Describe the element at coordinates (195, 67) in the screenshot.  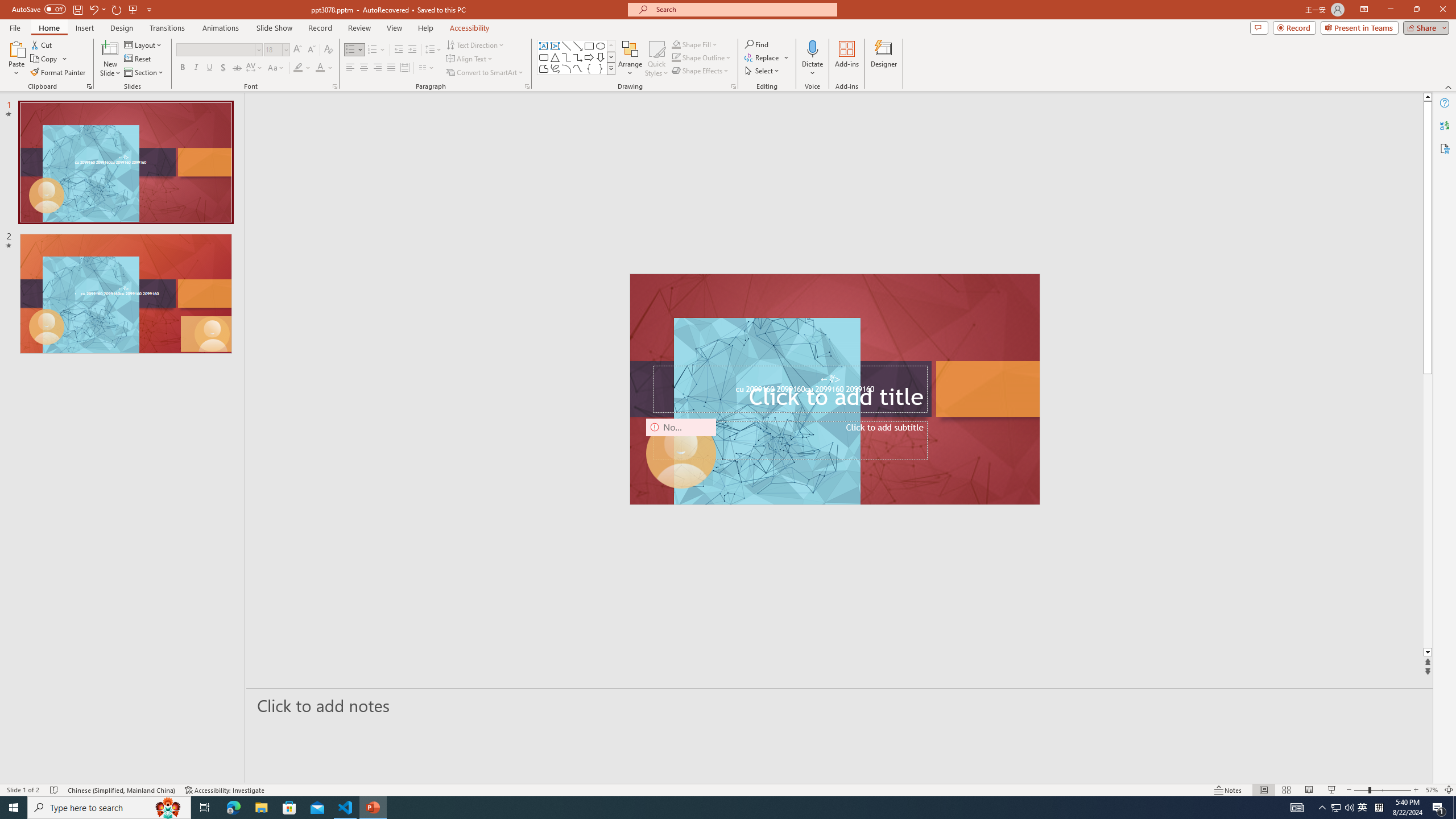
I see `'Italic'` at that location.